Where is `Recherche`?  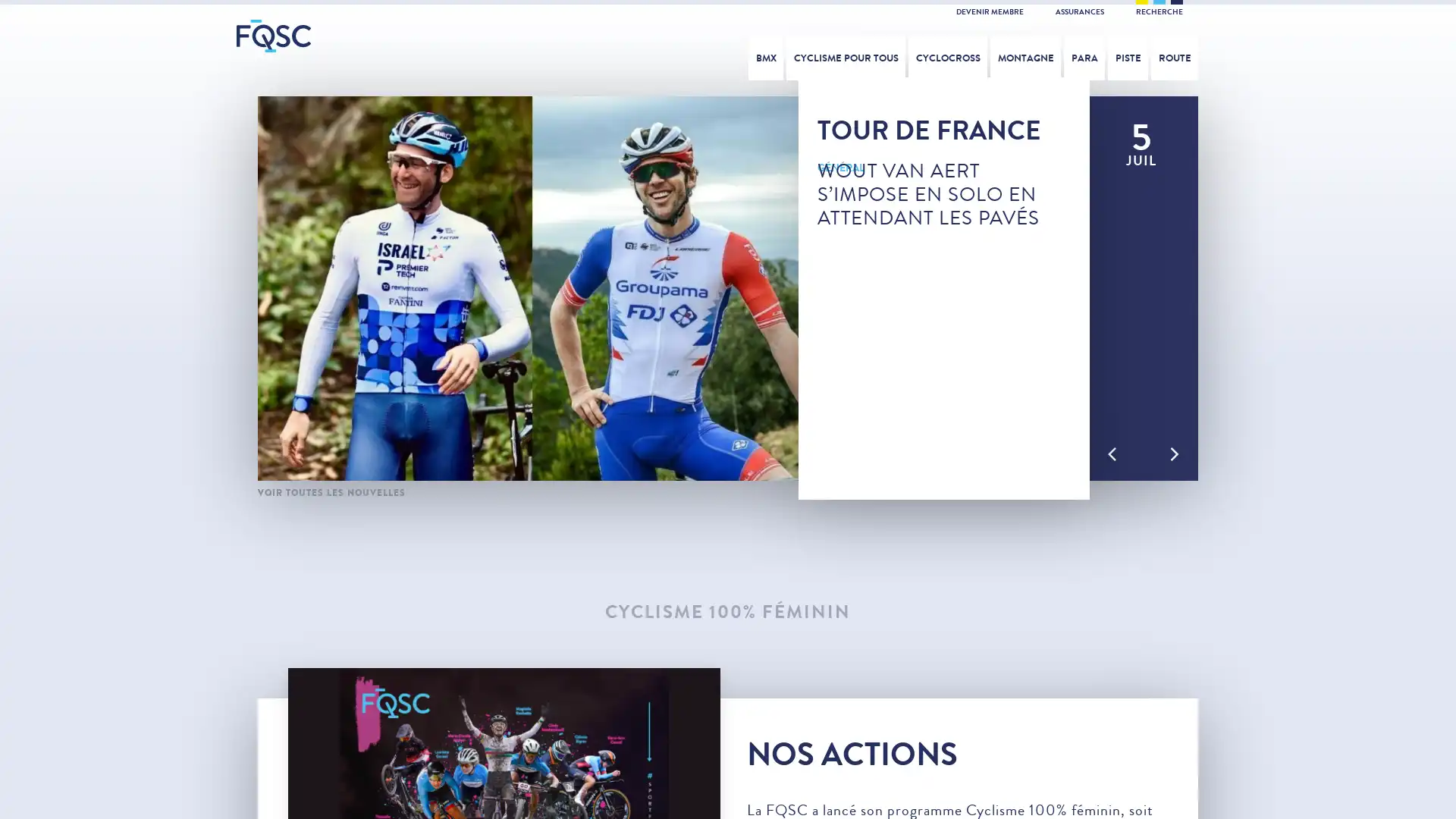
Recherche is located at coordinates (1276, 52).